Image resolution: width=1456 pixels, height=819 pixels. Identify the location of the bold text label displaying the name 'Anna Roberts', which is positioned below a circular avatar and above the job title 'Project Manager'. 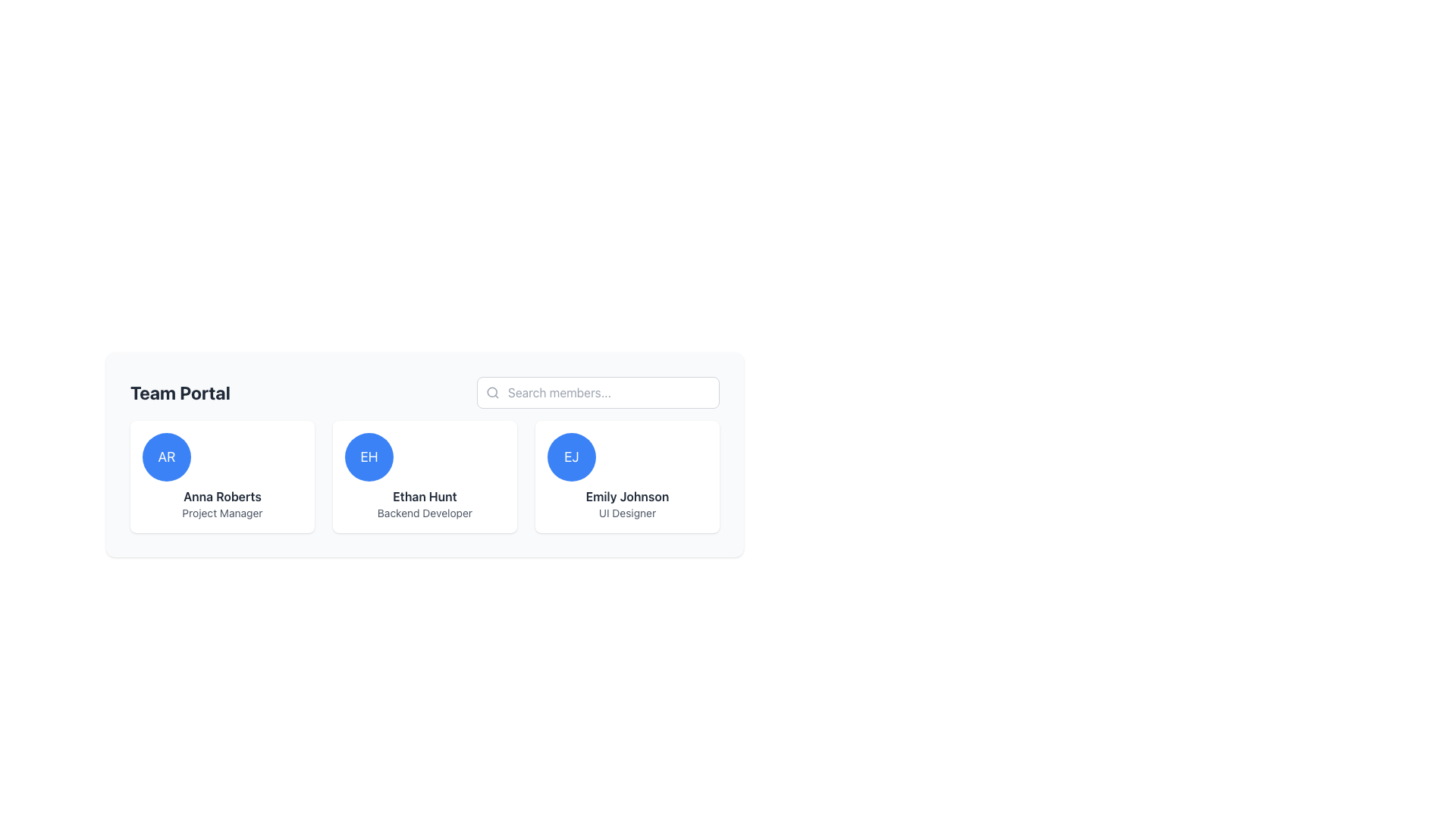
(221, 497).